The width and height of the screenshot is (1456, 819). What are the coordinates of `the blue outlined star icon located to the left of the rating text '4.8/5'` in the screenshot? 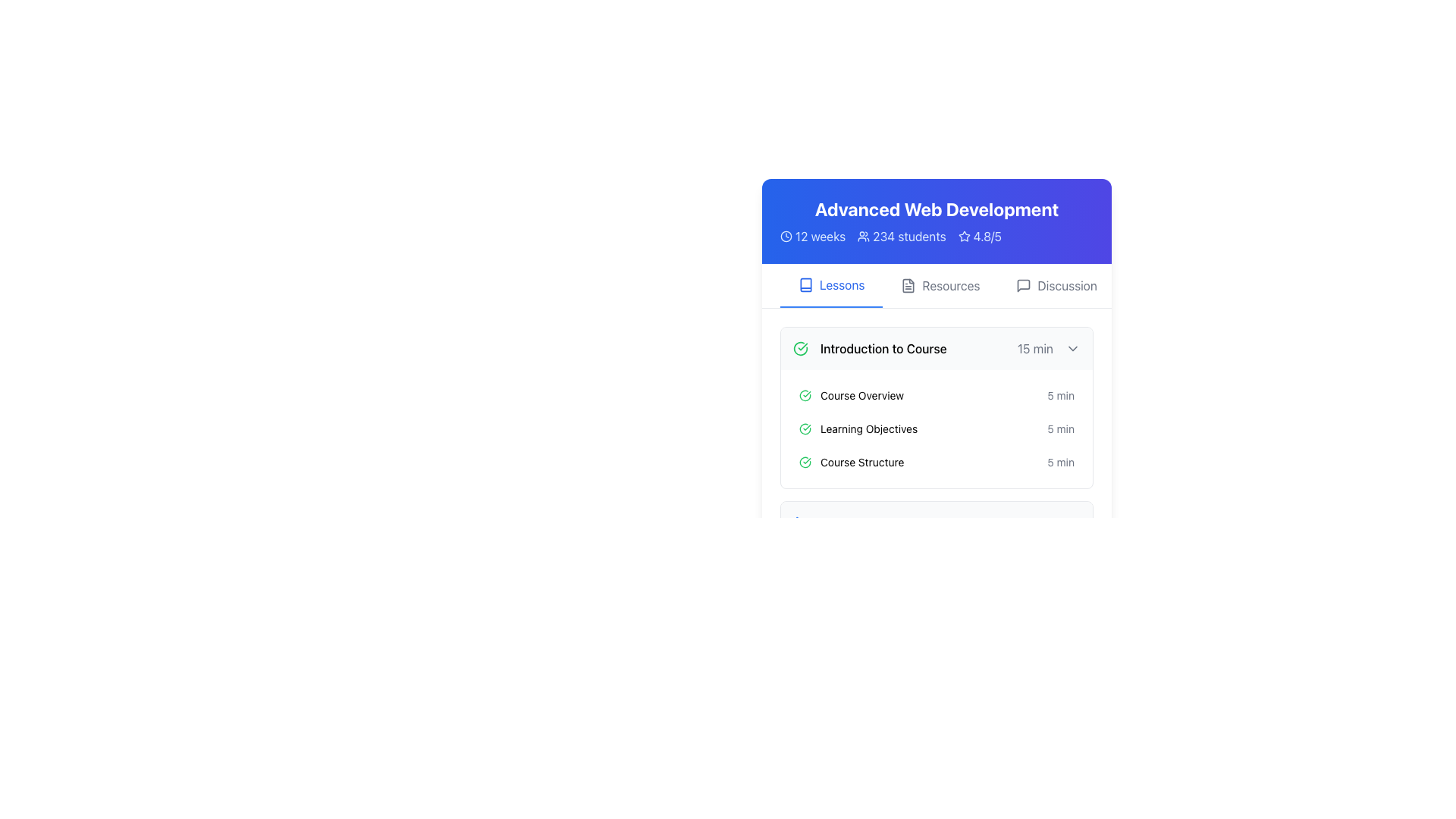 It's located at (963, 237).